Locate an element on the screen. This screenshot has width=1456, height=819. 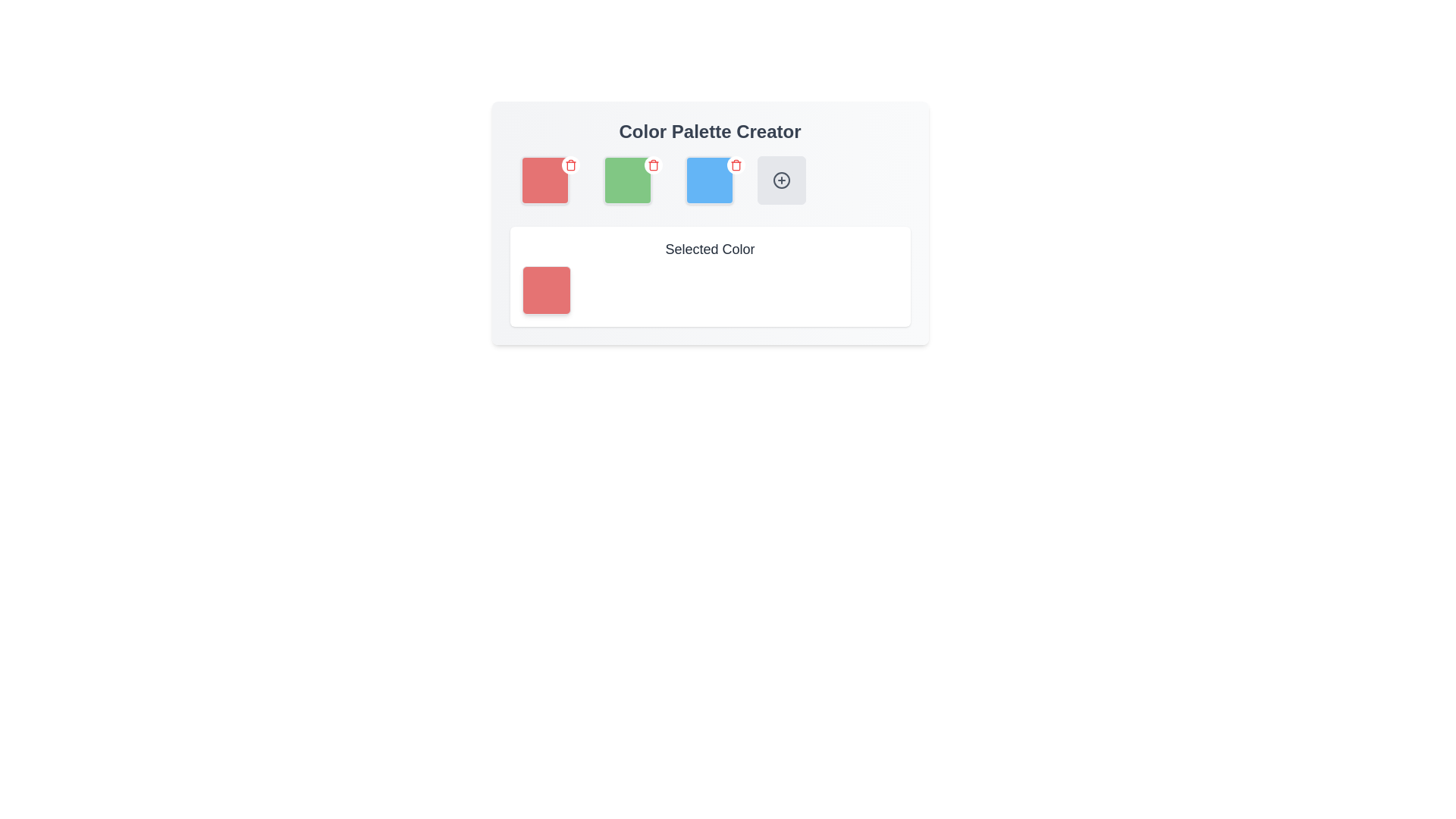
the small circular button with a white background and a red trash bin icon is located at coordinates (654, 165).